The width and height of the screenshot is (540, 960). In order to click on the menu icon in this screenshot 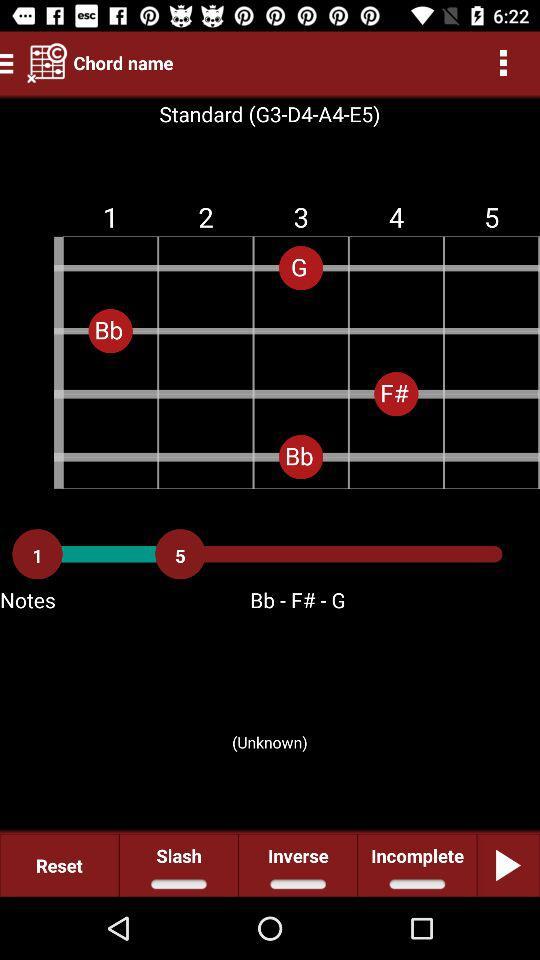, I will do `click(9, 62)`.